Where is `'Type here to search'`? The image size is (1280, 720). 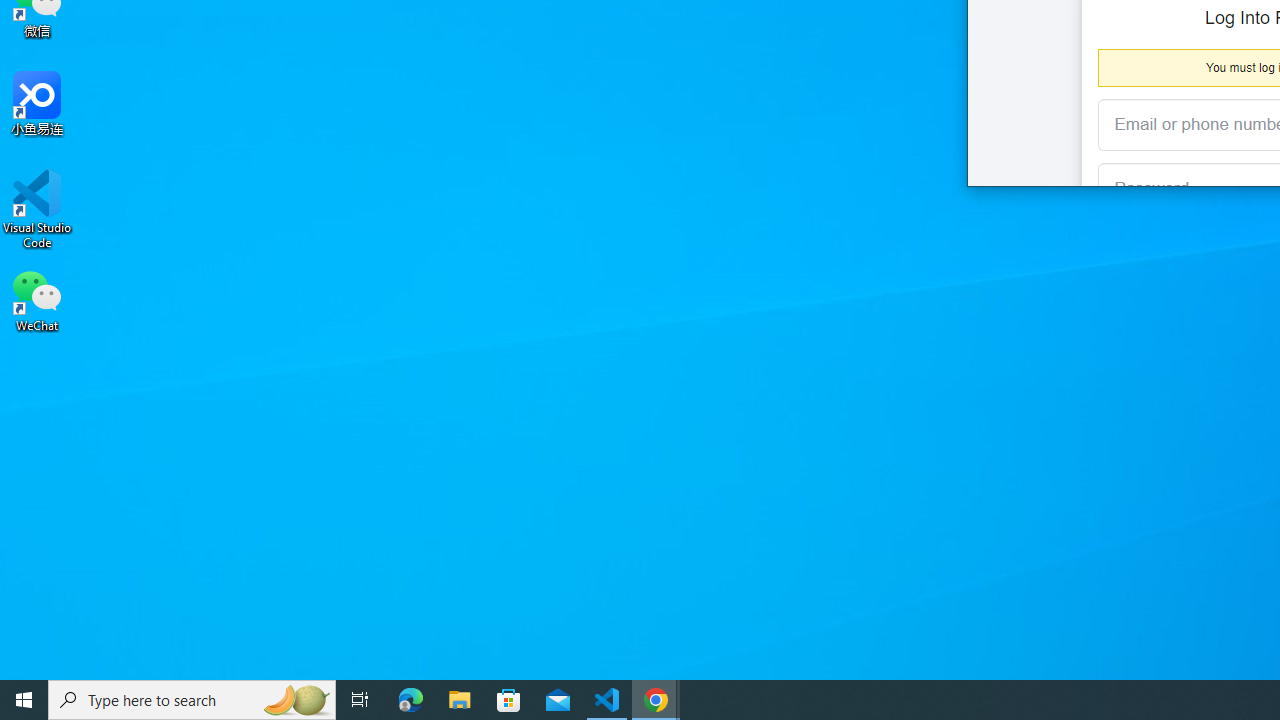
'Type here to search' is located at coordinates (192, 698).